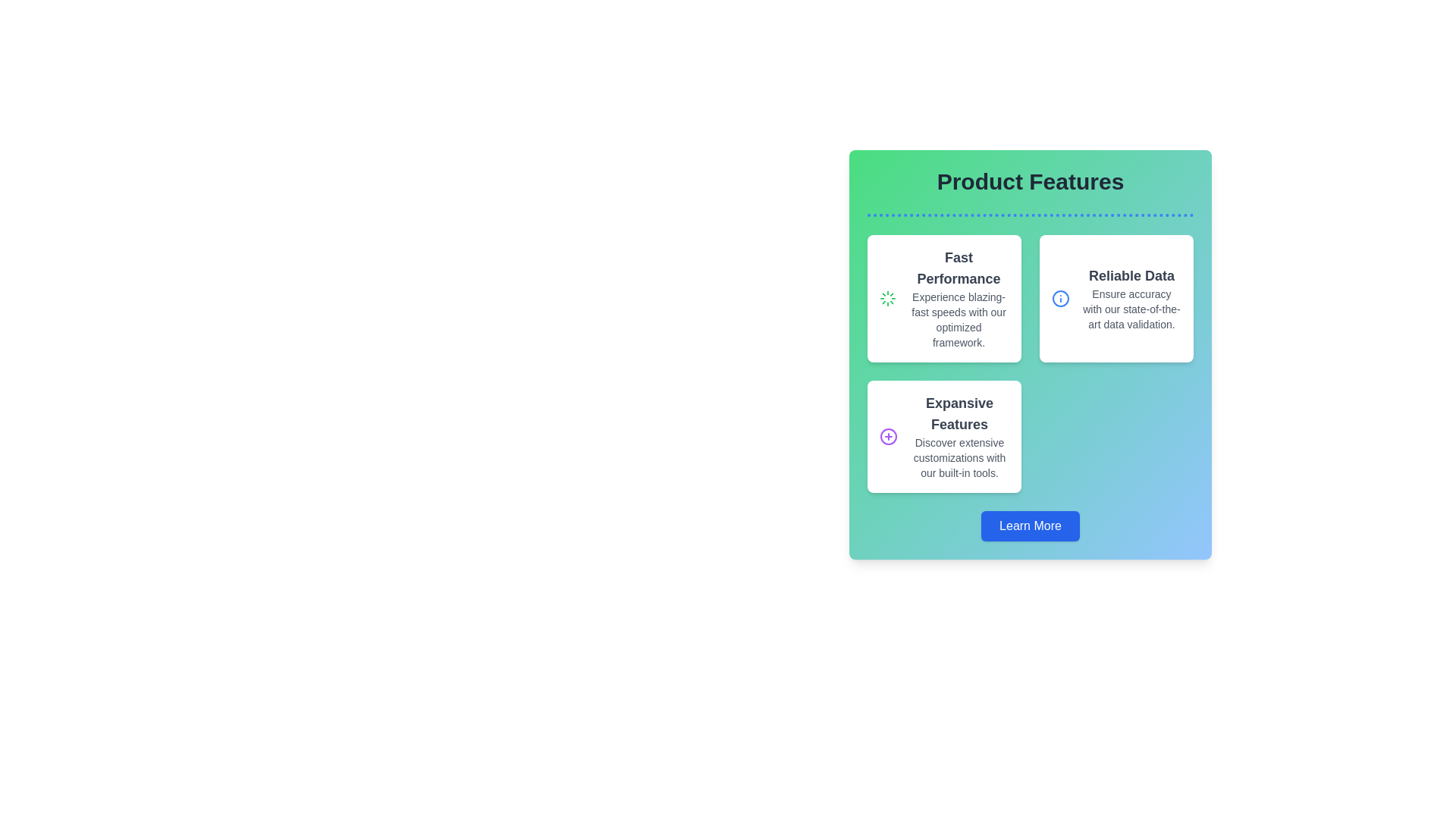 The image size is (1456, 819). Describe the element at coordinates (888, 436) in the screenshot. I see `the purple-bordered circular icon with a plus symbol in its center` at that location.